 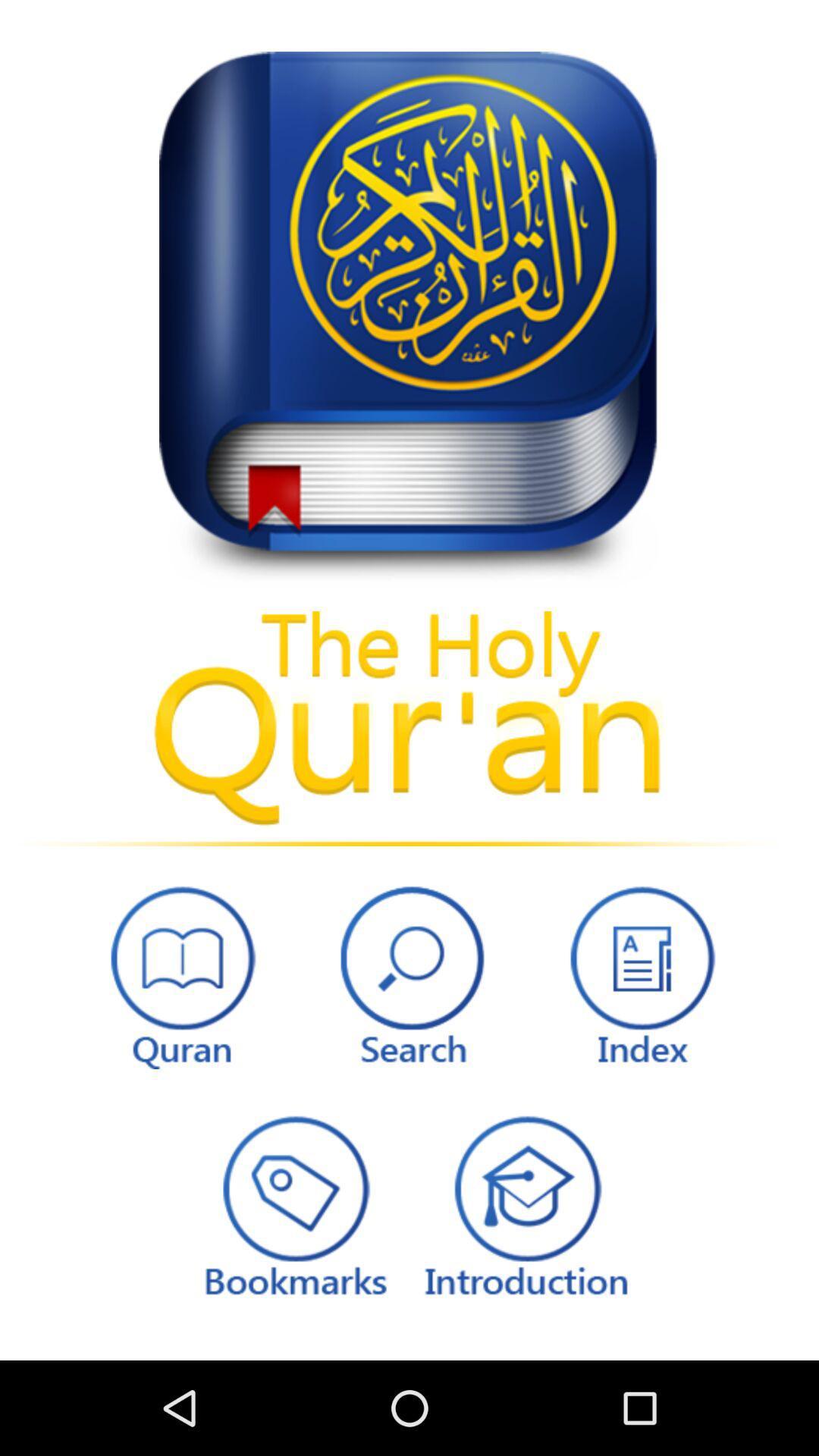 What do you see at coordinates (293, 1203) in the screenshot?
I see `edit bookmarks option` at bounding box center [293, 1203].